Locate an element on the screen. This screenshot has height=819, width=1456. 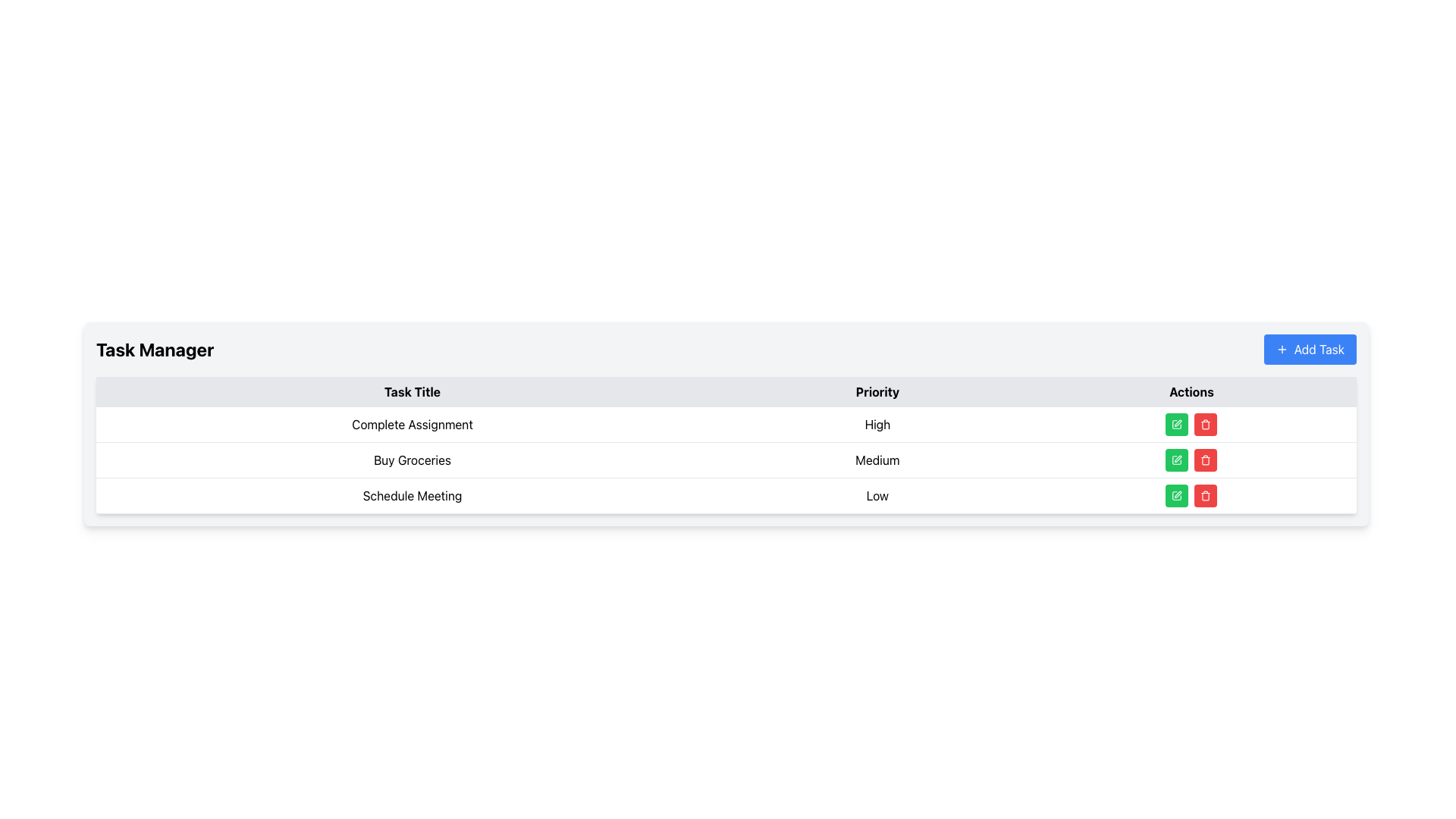
the red button with rounded corners featuring a white trash icon, located in the 'Actions' column of the last row of the table is located at coordinates (1204, 496).